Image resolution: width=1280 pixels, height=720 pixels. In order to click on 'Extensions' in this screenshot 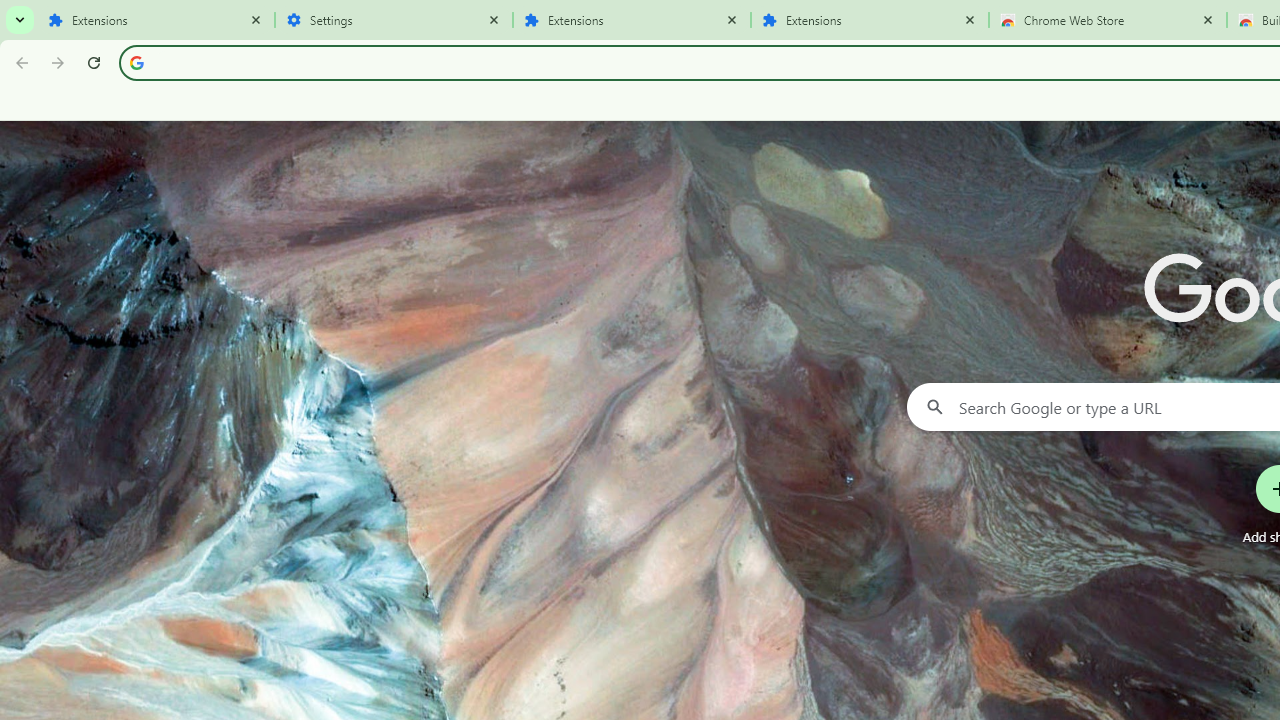, I will do `click(870, 20)`.